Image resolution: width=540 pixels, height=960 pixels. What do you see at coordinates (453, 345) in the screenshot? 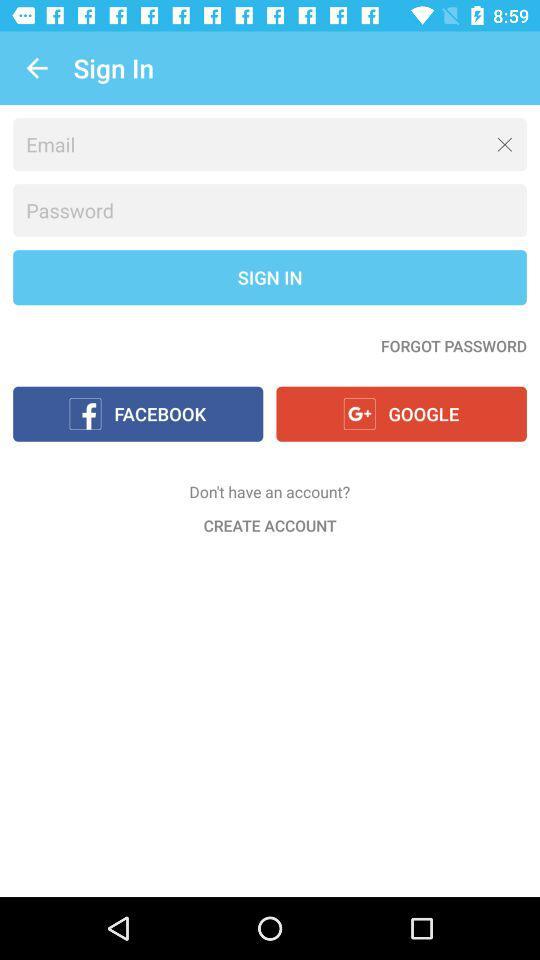
I see `forgot password` at bounding box center [453, 345].